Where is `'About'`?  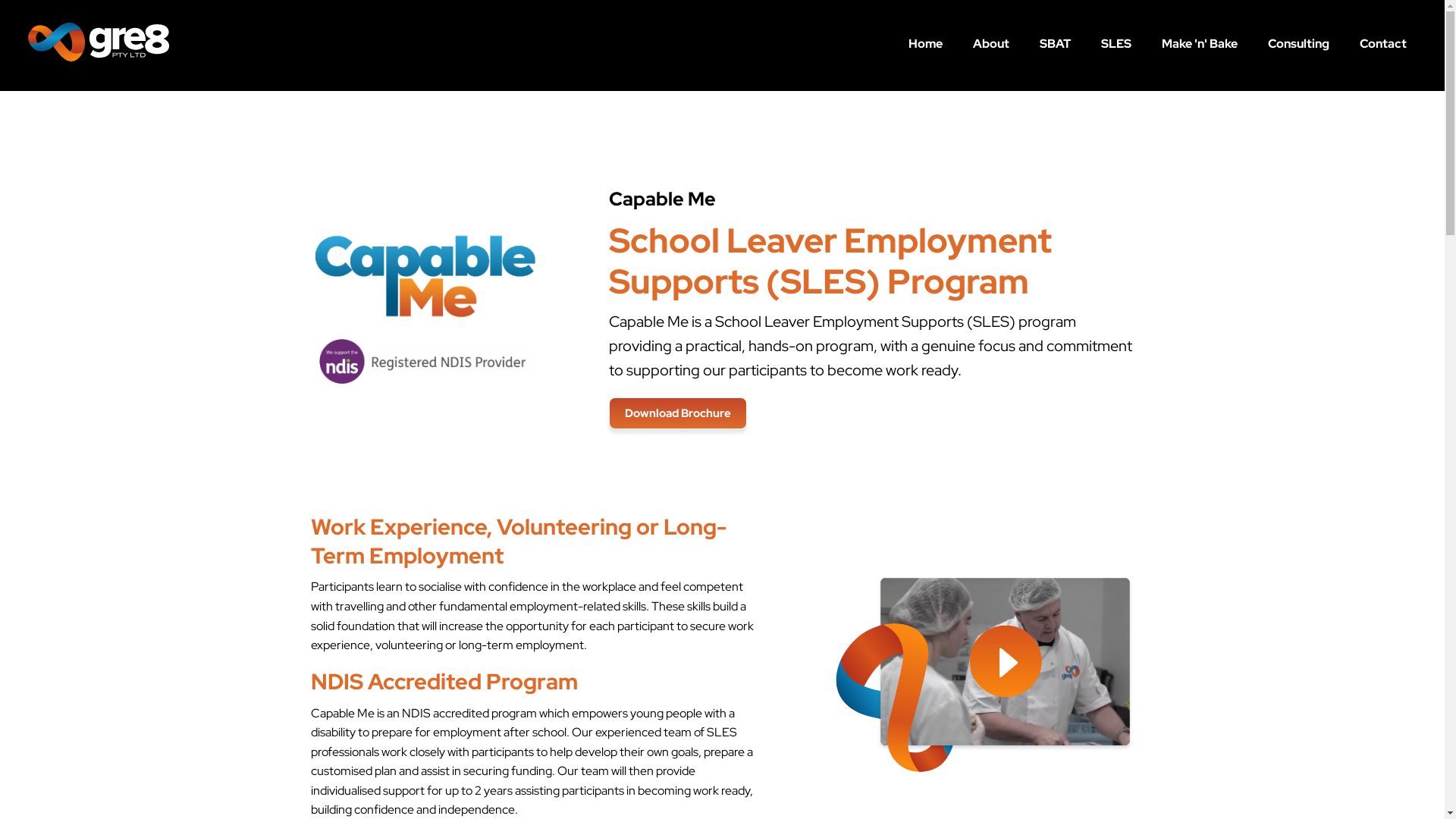 'About' is located at coordinates (990, 42).